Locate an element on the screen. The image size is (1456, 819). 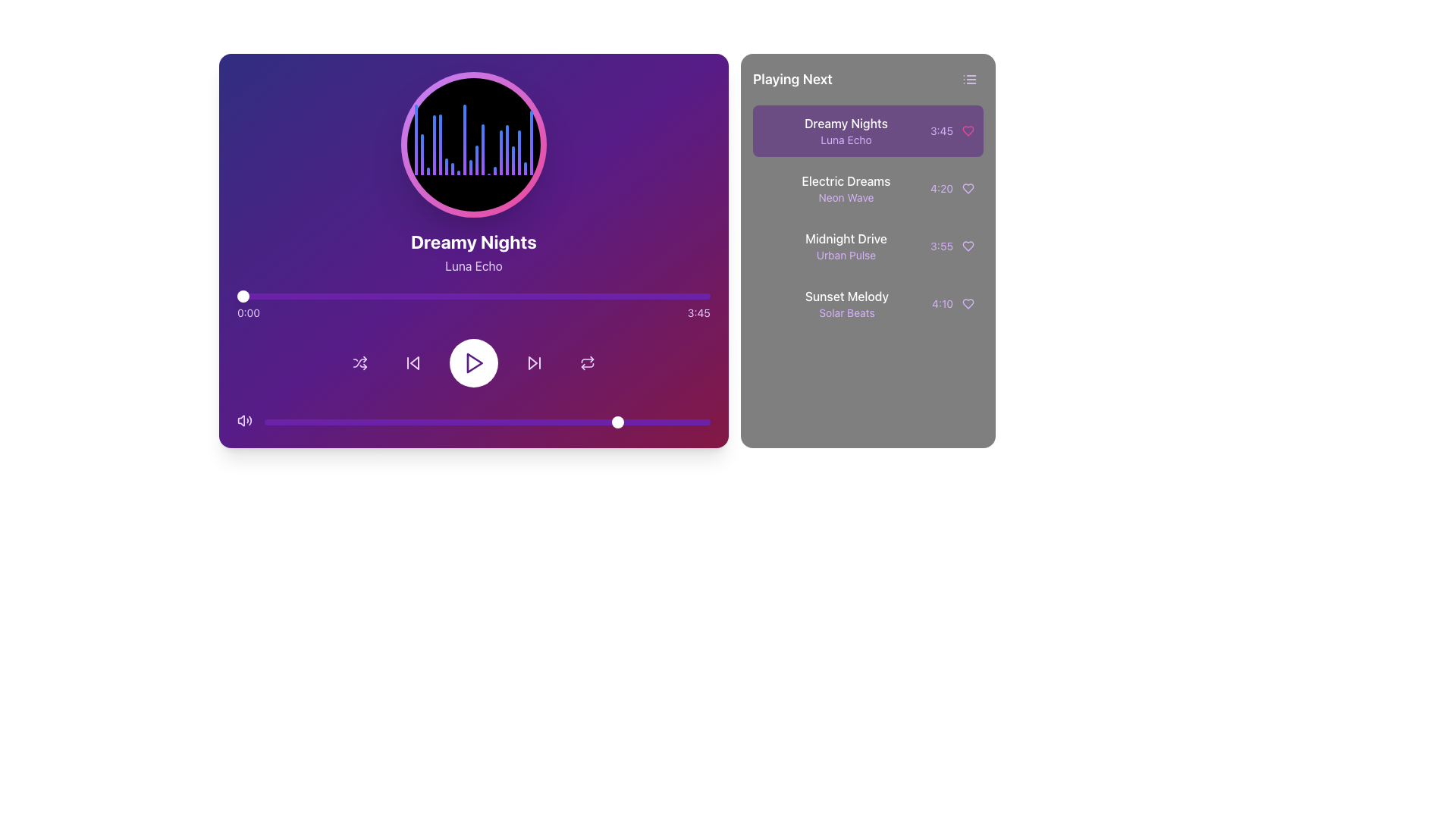
the 9th bar in the bar chart that visually represents audio levels, located at the center of a circular display at the top section of the layout is located at coordinates (463, 140).